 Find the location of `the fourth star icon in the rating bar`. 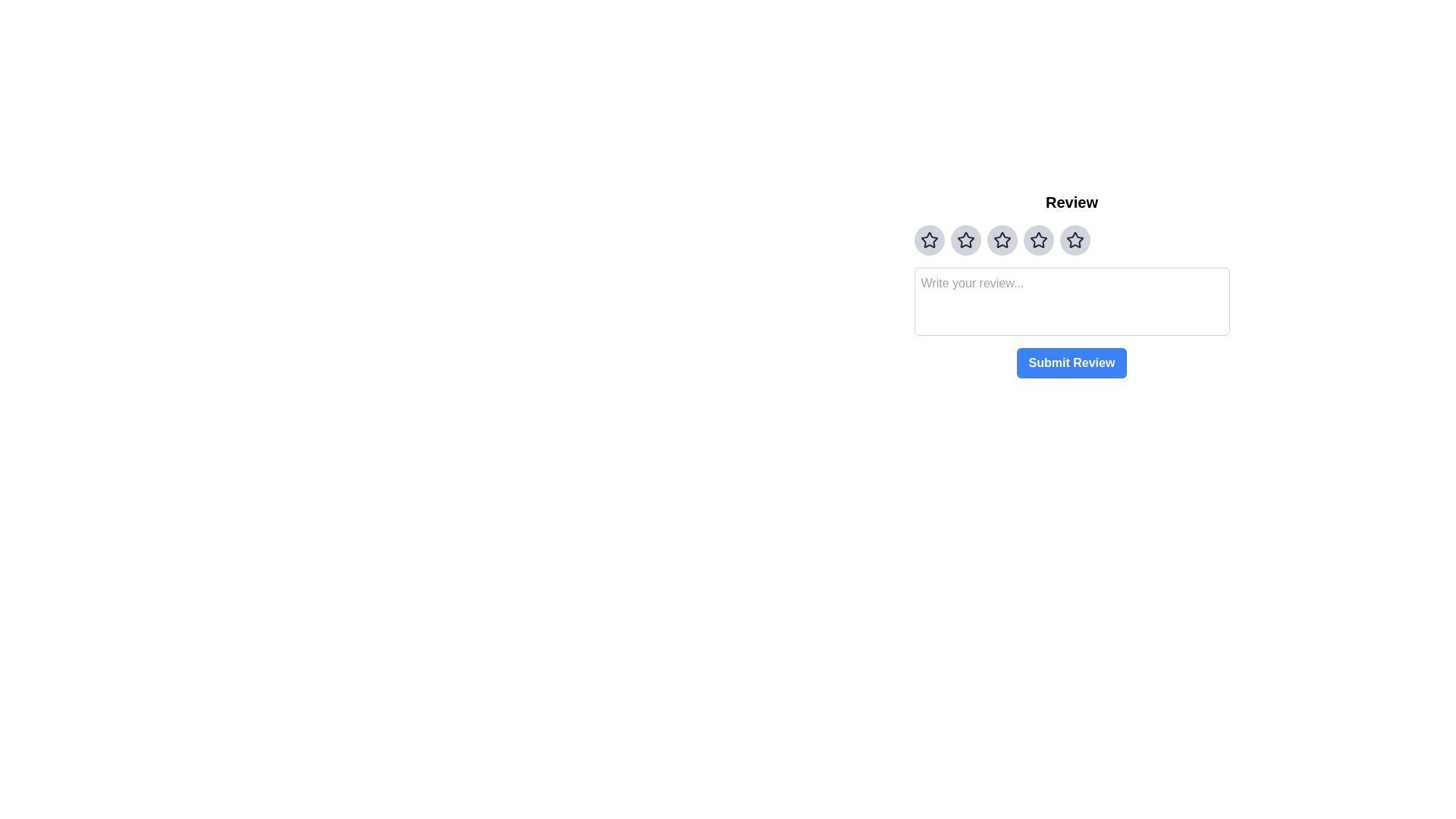

the fourth star icon in the rating bar is located at coordinates (1037, 239).